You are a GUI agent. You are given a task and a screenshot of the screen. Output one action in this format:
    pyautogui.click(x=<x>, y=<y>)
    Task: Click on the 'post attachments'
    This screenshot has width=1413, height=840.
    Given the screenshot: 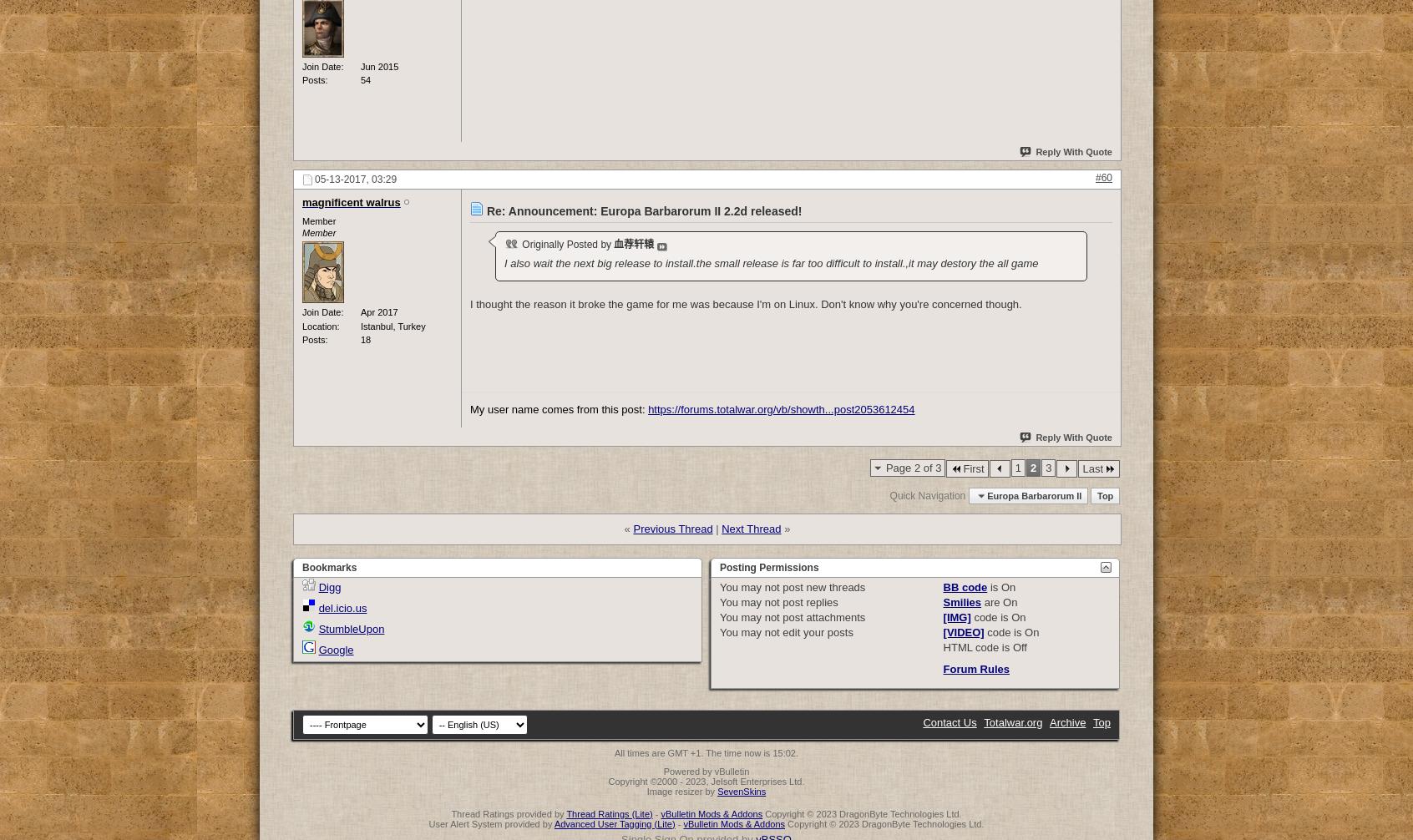 What is the action you would take?
    pyautogui.click(x=778, y=616)
    